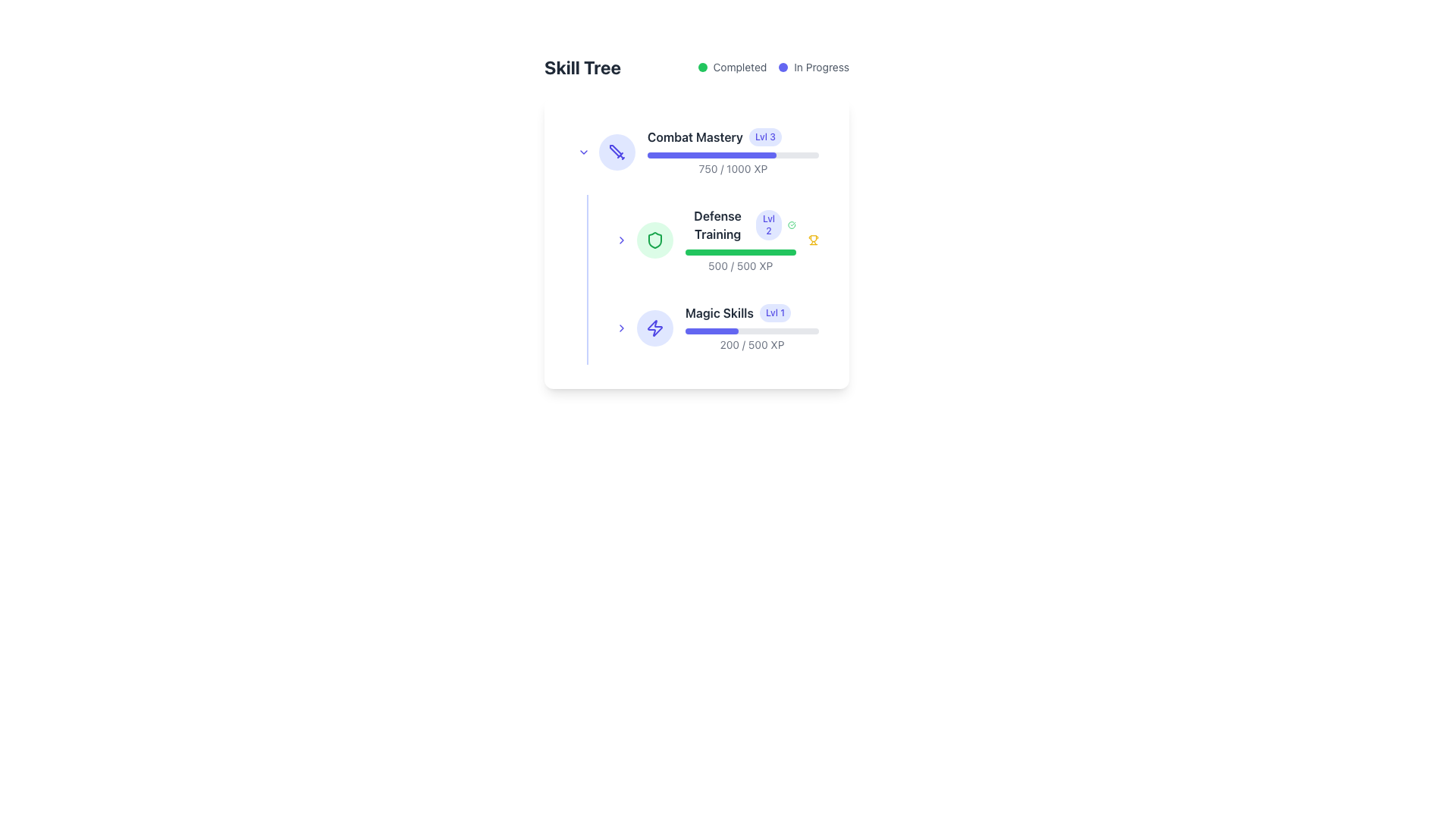 This screenshot has width=1456, height=819. I want to click on the green shield icon that is part of the 'Defense Training' skill item, located to the left of the 'Defense Training' label, so click(655, 239).